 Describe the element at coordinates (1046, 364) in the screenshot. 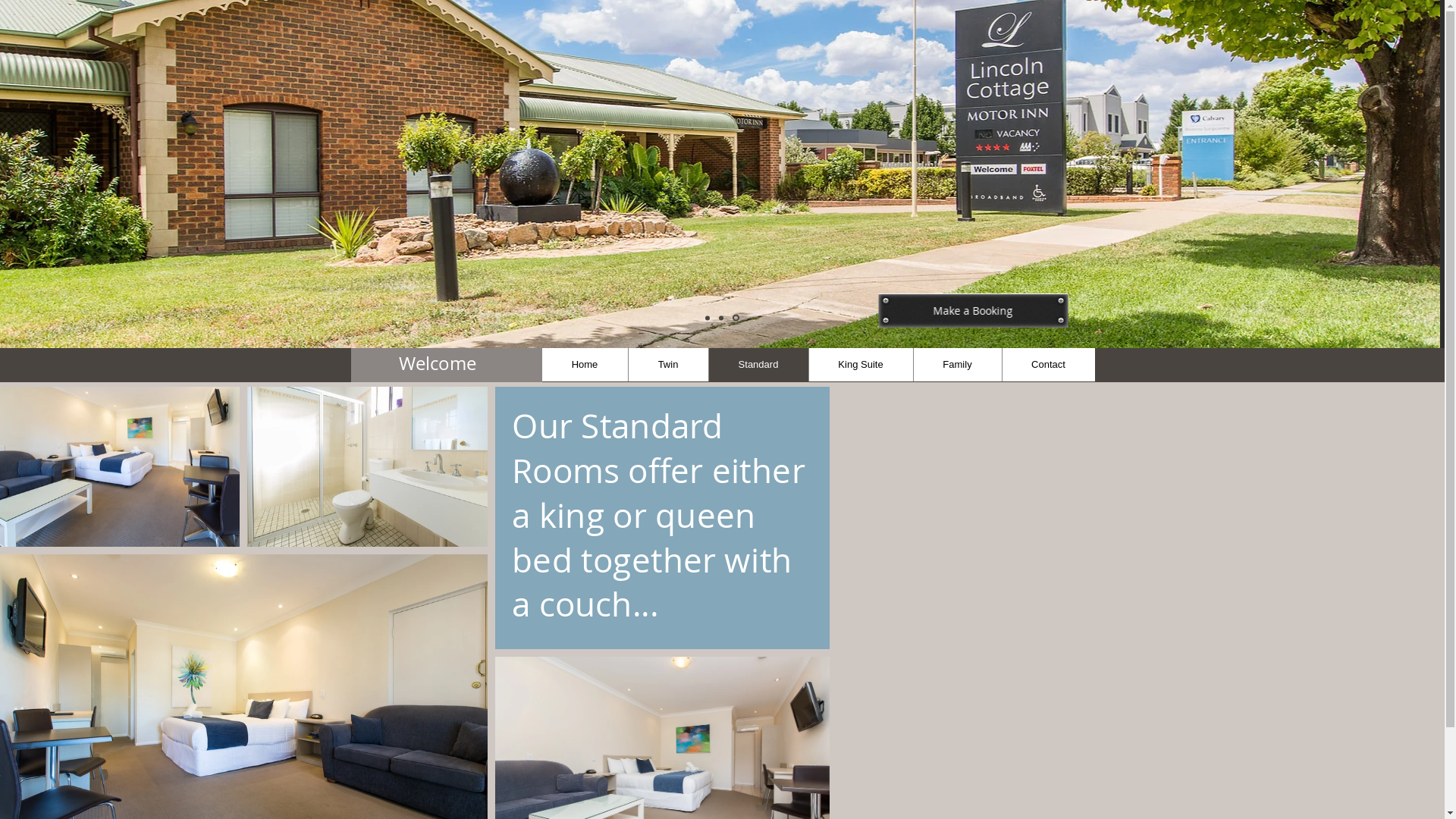

I see `'Contact'` at that location.